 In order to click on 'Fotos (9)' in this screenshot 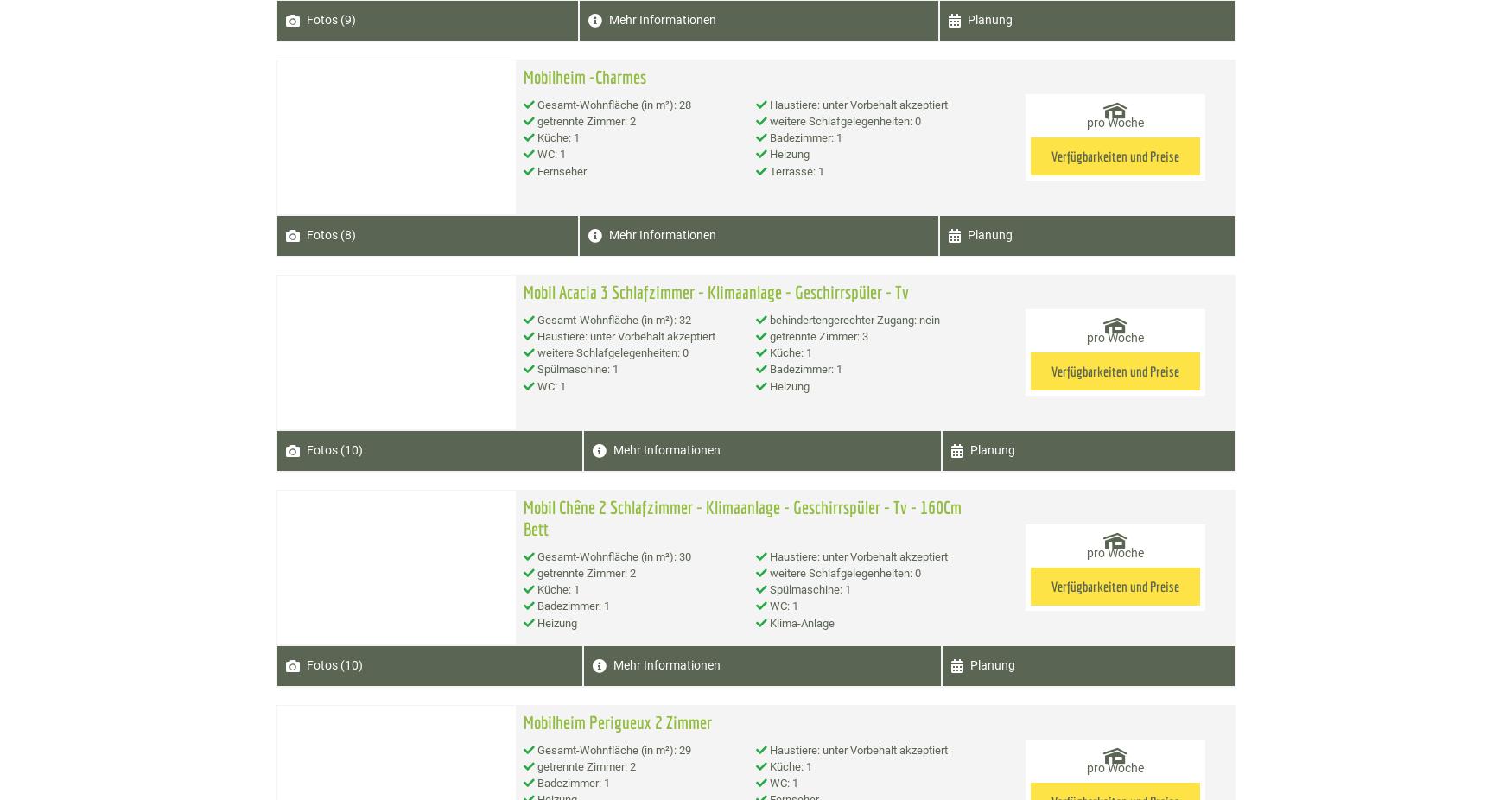, I will do `click(330, 19)`.